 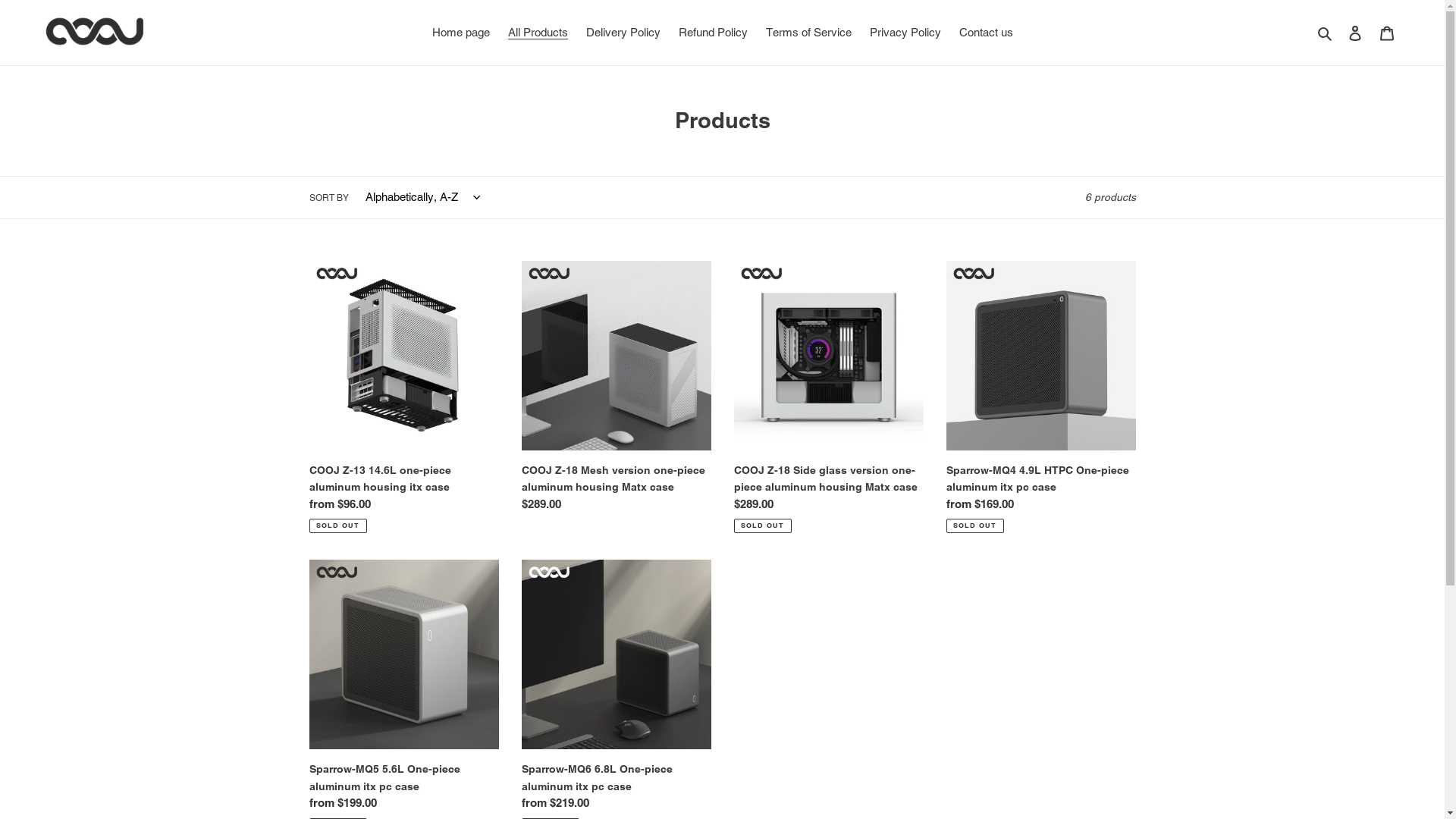 I want to click on 'Cart', so click(x=1386, y=33).